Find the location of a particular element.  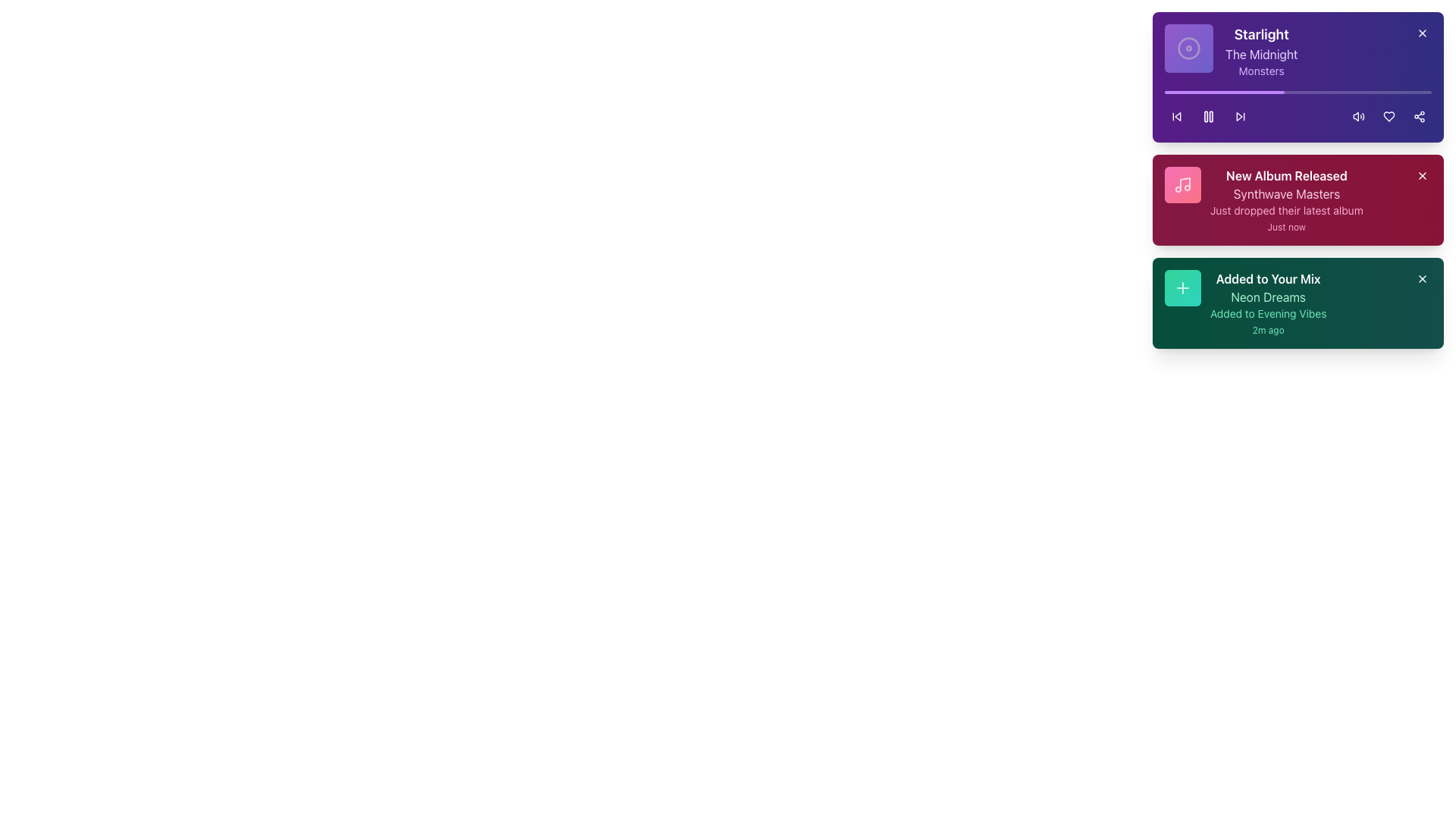

the Close button icon located at the top-right corner of the 'Starlight - The Midnight' notification card is located at coordinates (1422, 33).